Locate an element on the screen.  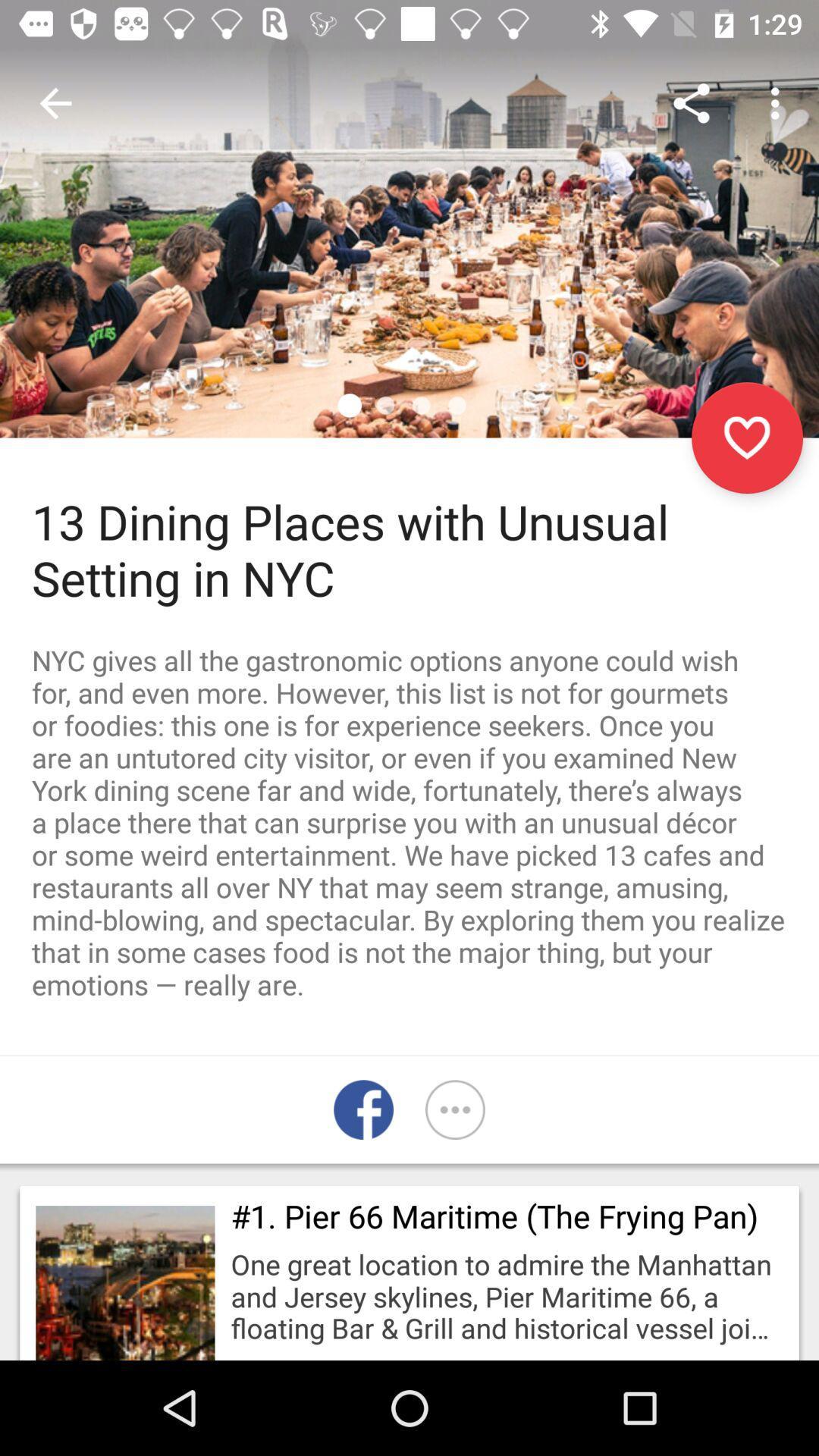
the favorite icon is located at coordinates (746, 437).